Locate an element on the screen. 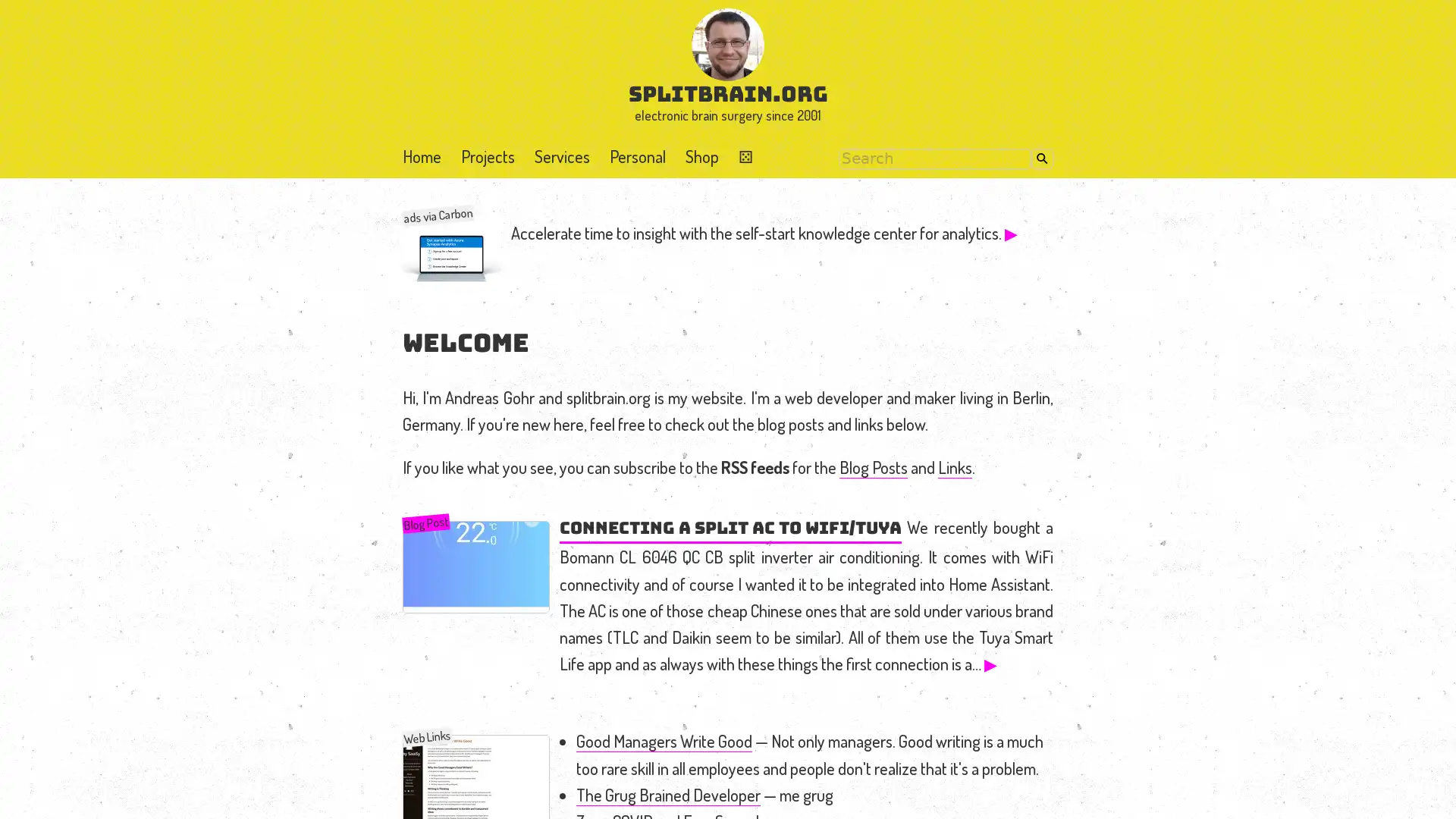  Search is located at coordinates (1041, 158).